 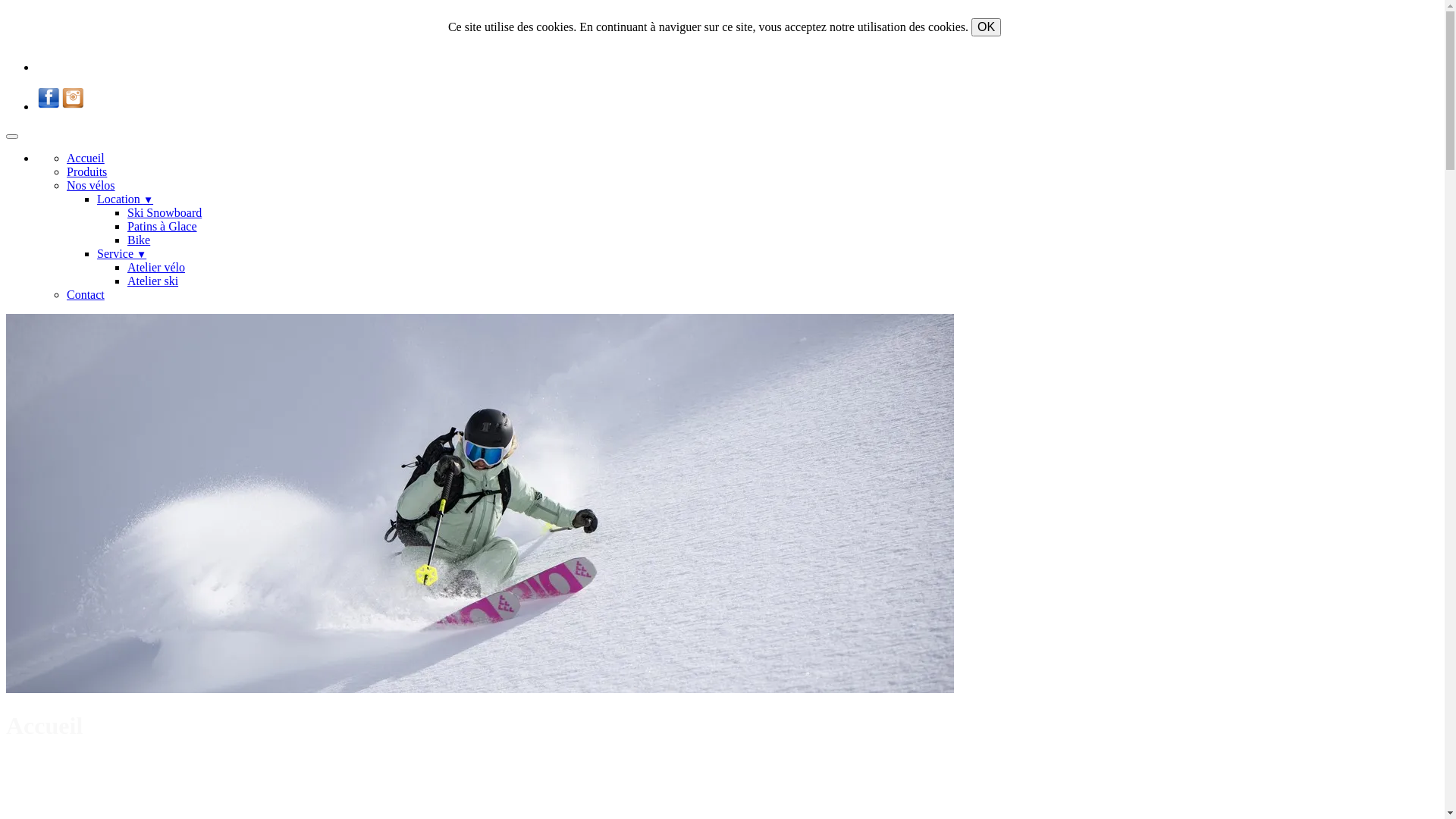 I want to click on 'Ski Snowboard', so click(x=164, y=212).